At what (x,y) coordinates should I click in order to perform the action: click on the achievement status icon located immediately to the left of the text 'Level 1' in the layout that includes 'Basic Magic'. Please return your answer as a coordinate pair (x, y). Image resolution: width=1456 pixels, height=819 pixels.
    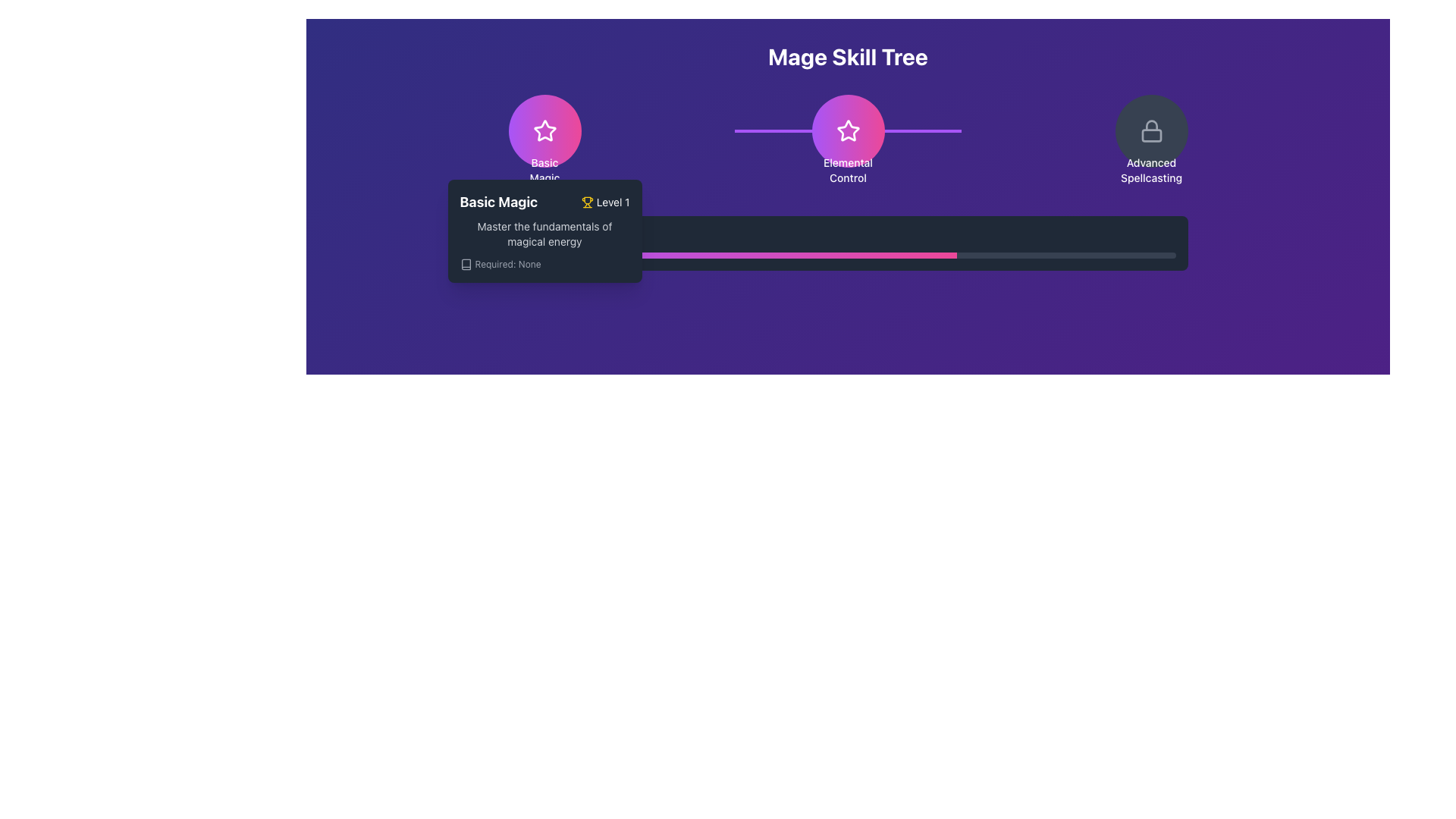
    Looking at the image, I should click on (586, 201).